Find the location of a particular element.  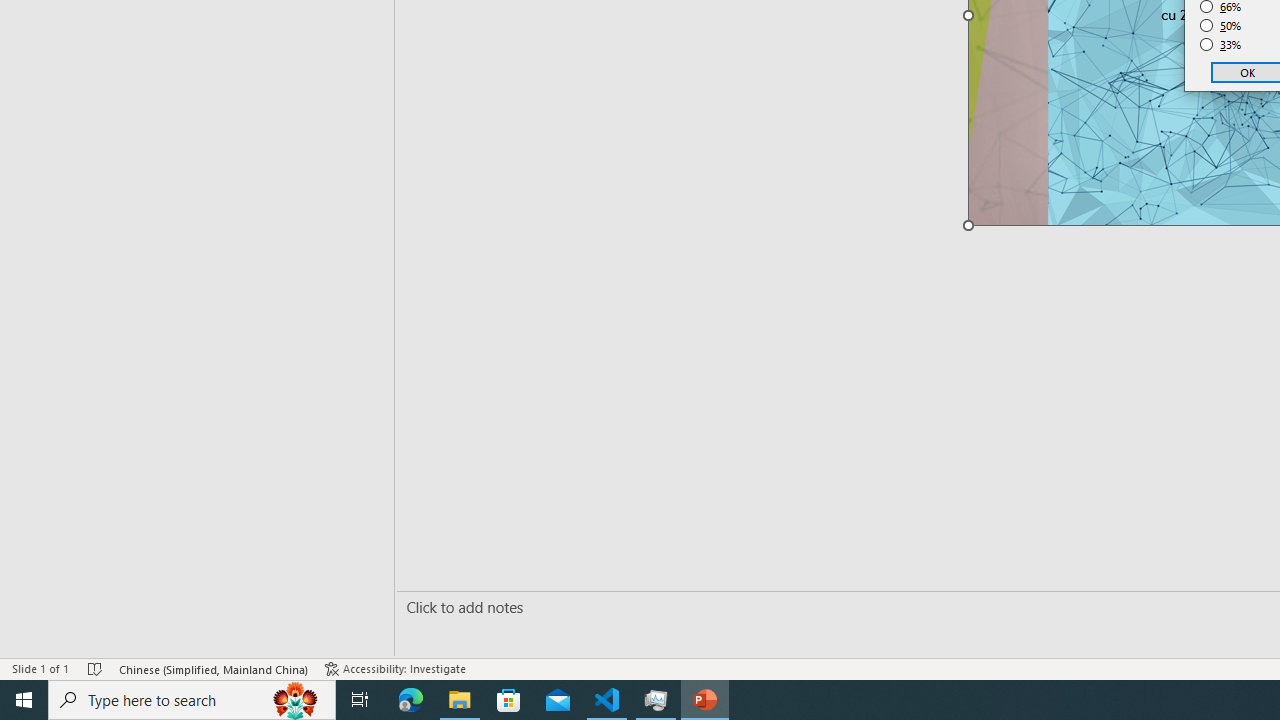

'PowerPoint - 1 running window' is located at coordinates (705, 698).